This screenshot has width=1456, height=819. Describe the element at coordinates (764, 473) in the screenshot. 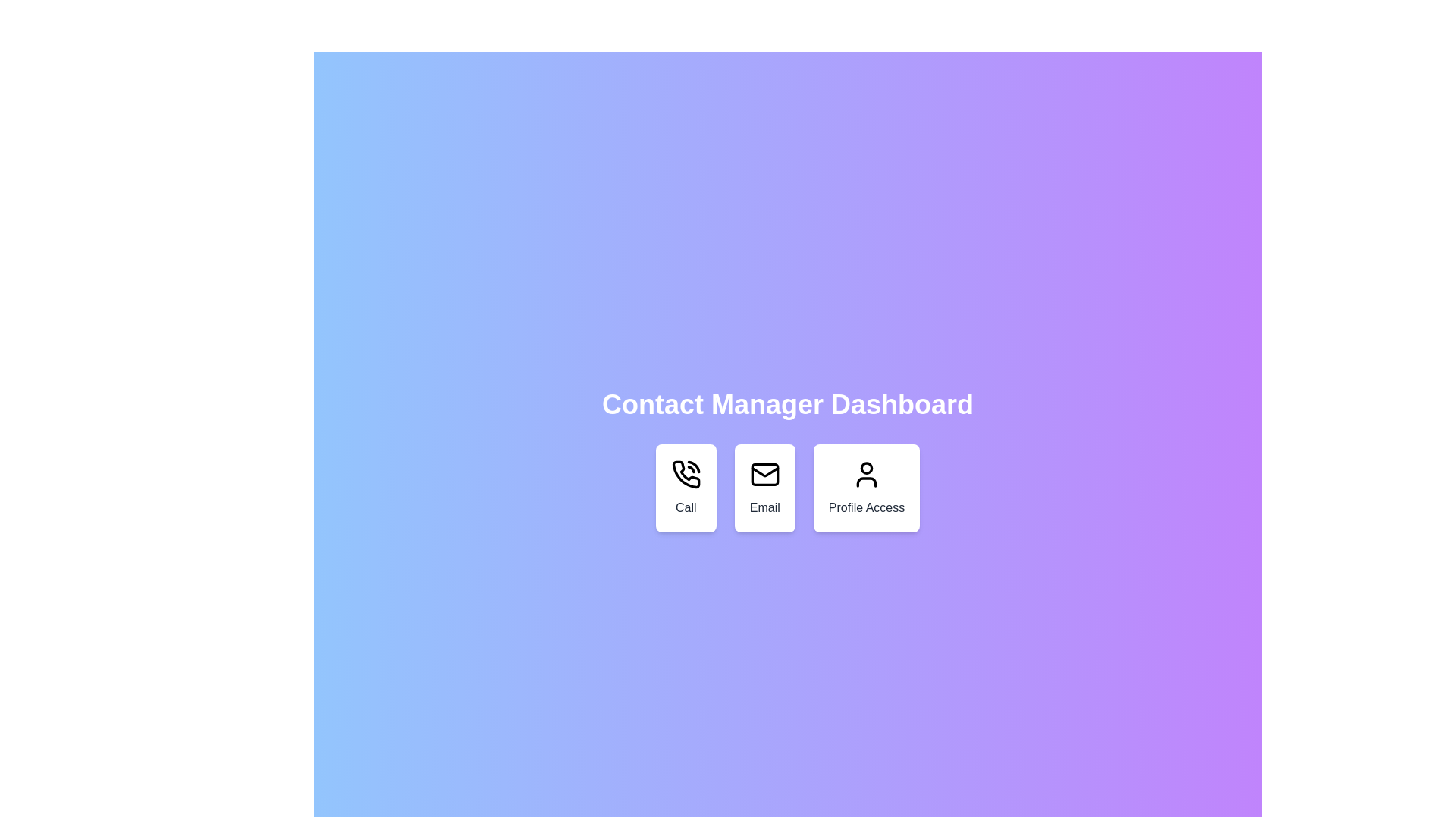

I see `the envelope icon in the center column of the options` at that location.